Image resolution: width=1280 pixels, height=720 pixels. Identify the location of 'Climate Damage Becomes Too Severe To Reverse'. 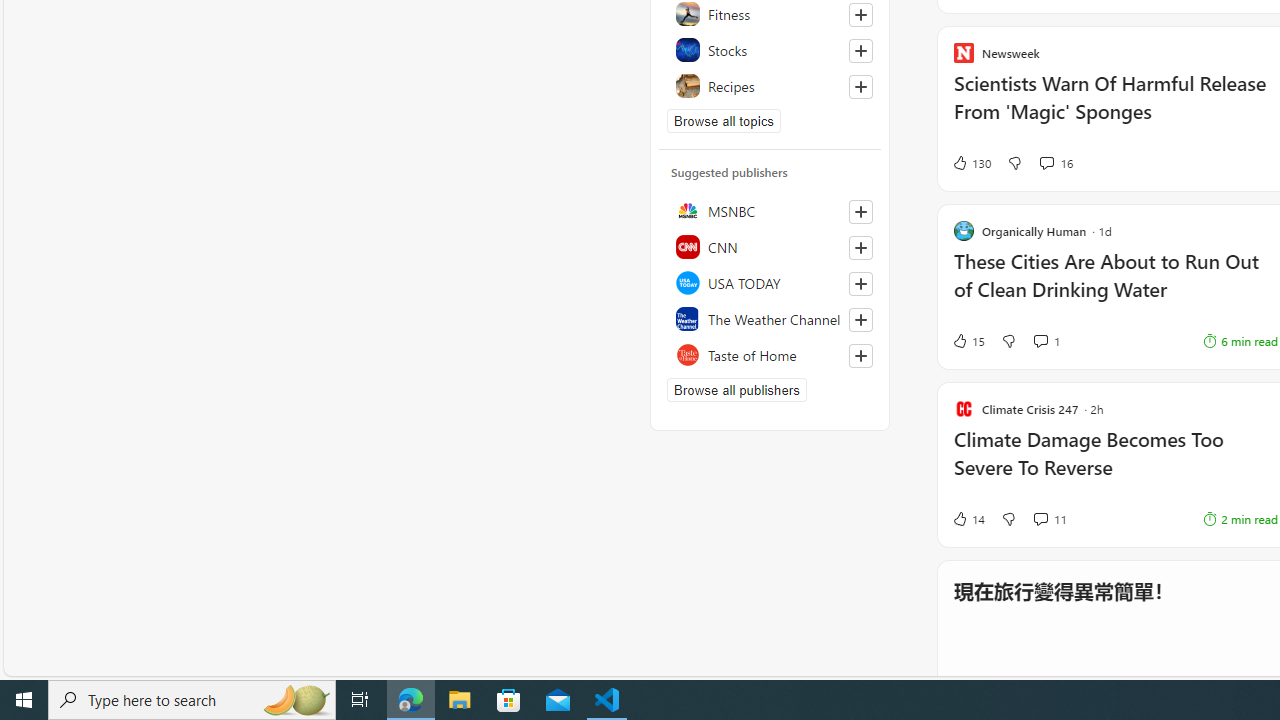
(1114, 464).